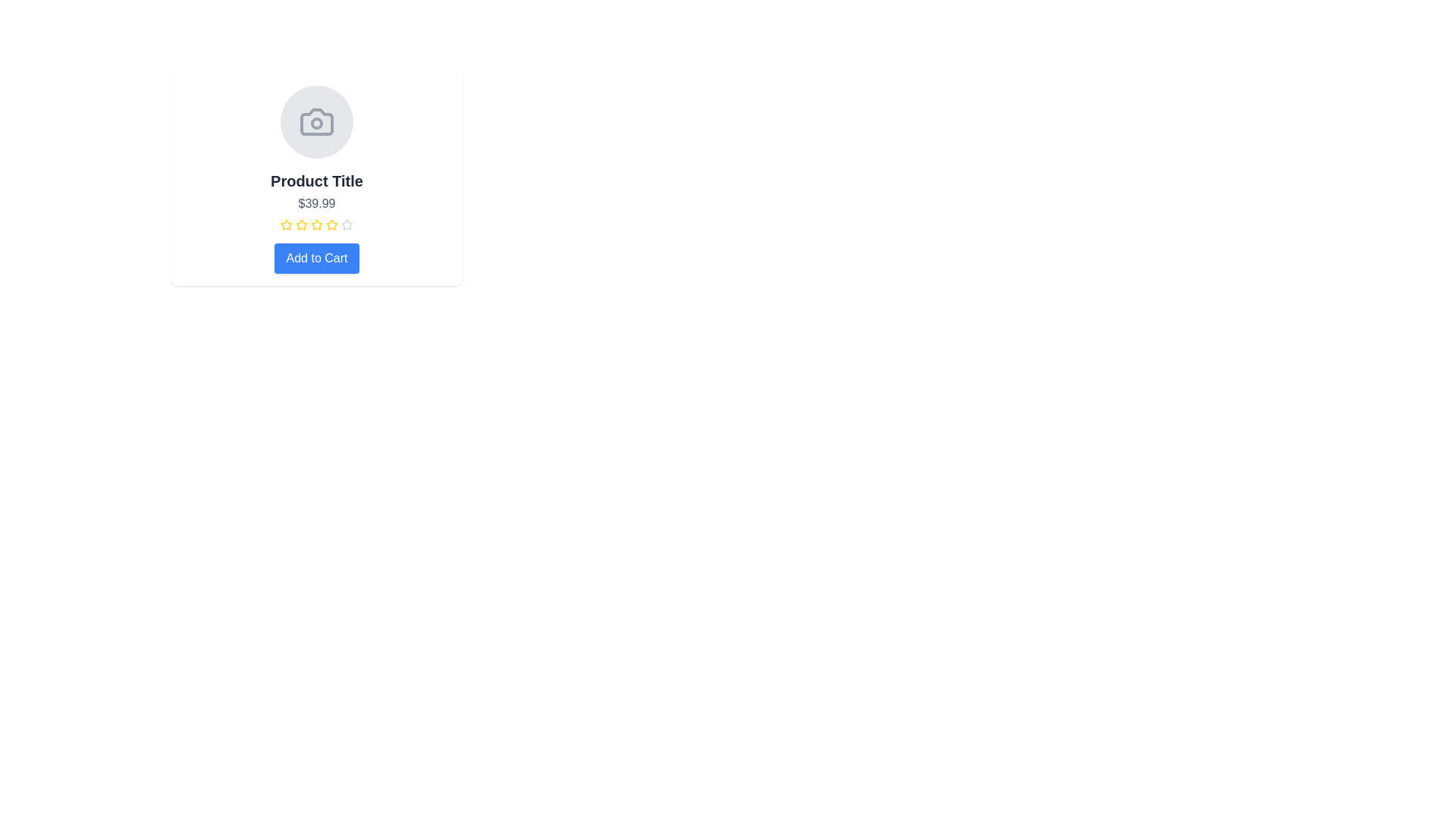 The width and height of the screenshot is (1456, 819). What do you see at coordinates (302, 225) in the screenshot?
I see `the third star icon, which is yellow and part of a rating interface, located in the middle of the product details UI component` at bounding box center [302, 225].